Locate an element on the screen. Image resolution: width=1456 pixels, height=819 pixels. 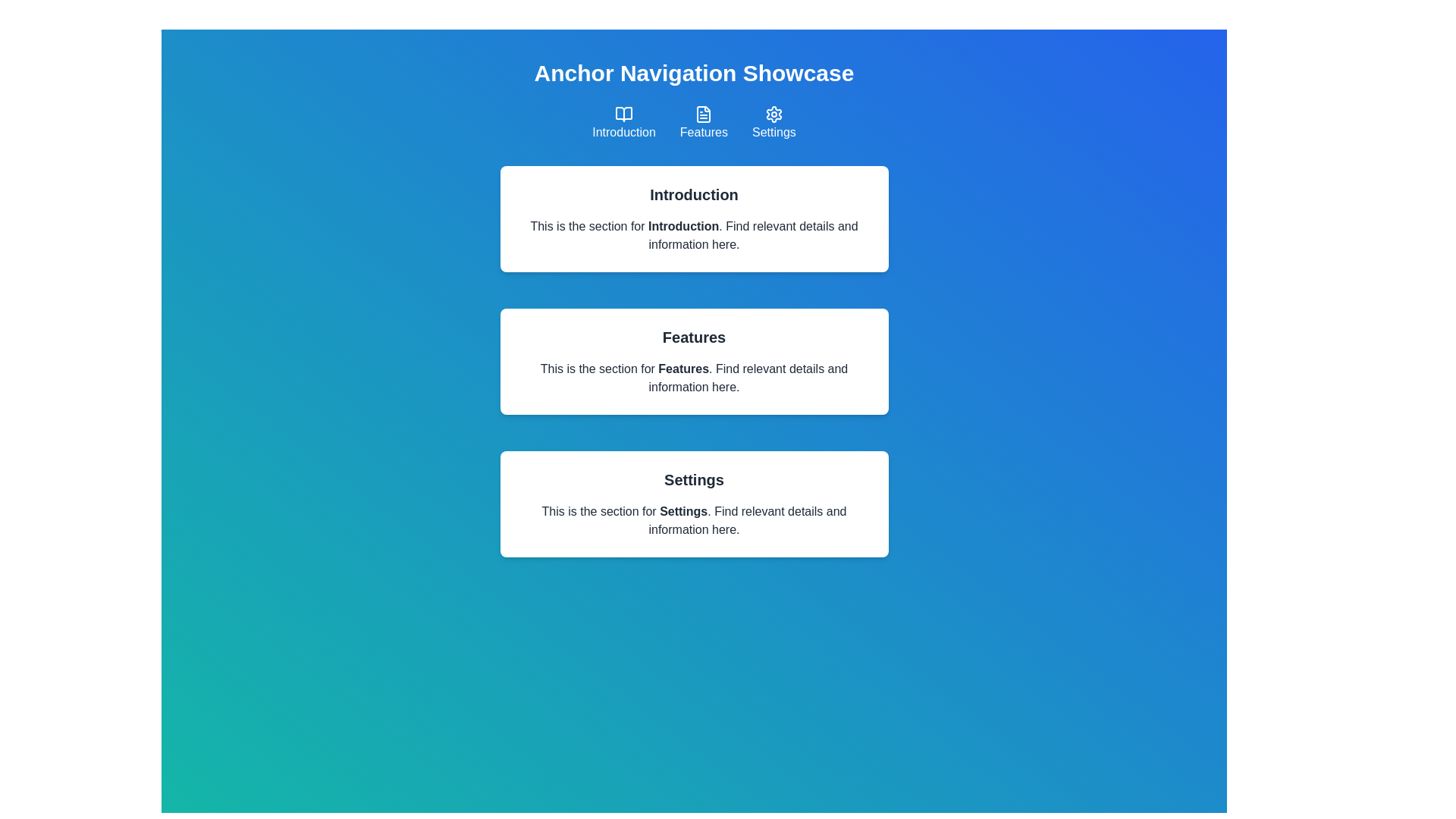
the 'Features' text in the top horizontal navigation menu for keyboard navigation is located at coordinates (703, 131).